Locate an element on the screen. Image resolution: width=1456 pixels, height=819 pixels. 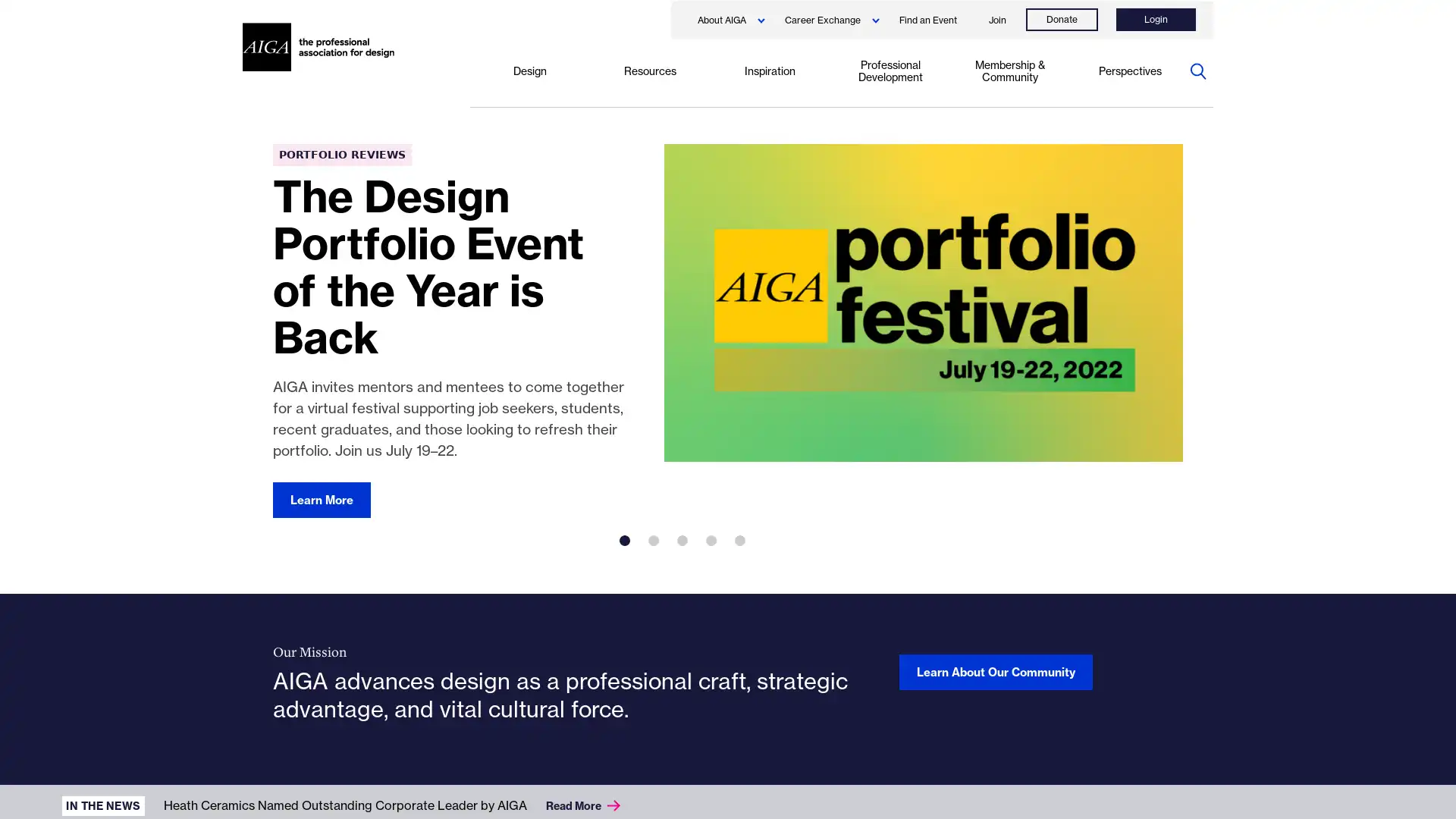
4 of 5 is located at coordinates (710, 540).